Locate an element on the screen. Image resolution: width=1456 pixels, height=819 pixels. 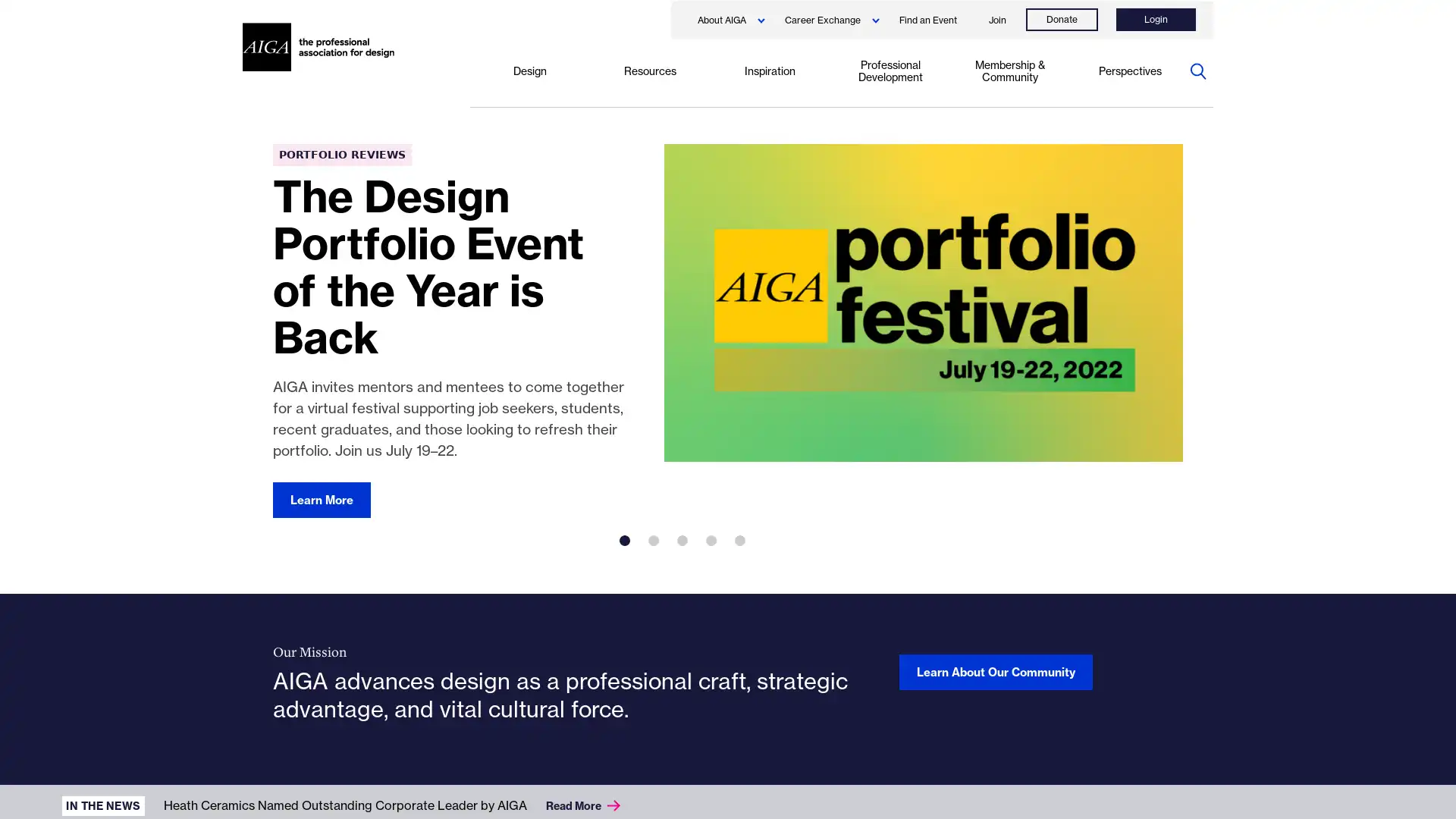
4 of 5 is located at coordinates (710, 540).